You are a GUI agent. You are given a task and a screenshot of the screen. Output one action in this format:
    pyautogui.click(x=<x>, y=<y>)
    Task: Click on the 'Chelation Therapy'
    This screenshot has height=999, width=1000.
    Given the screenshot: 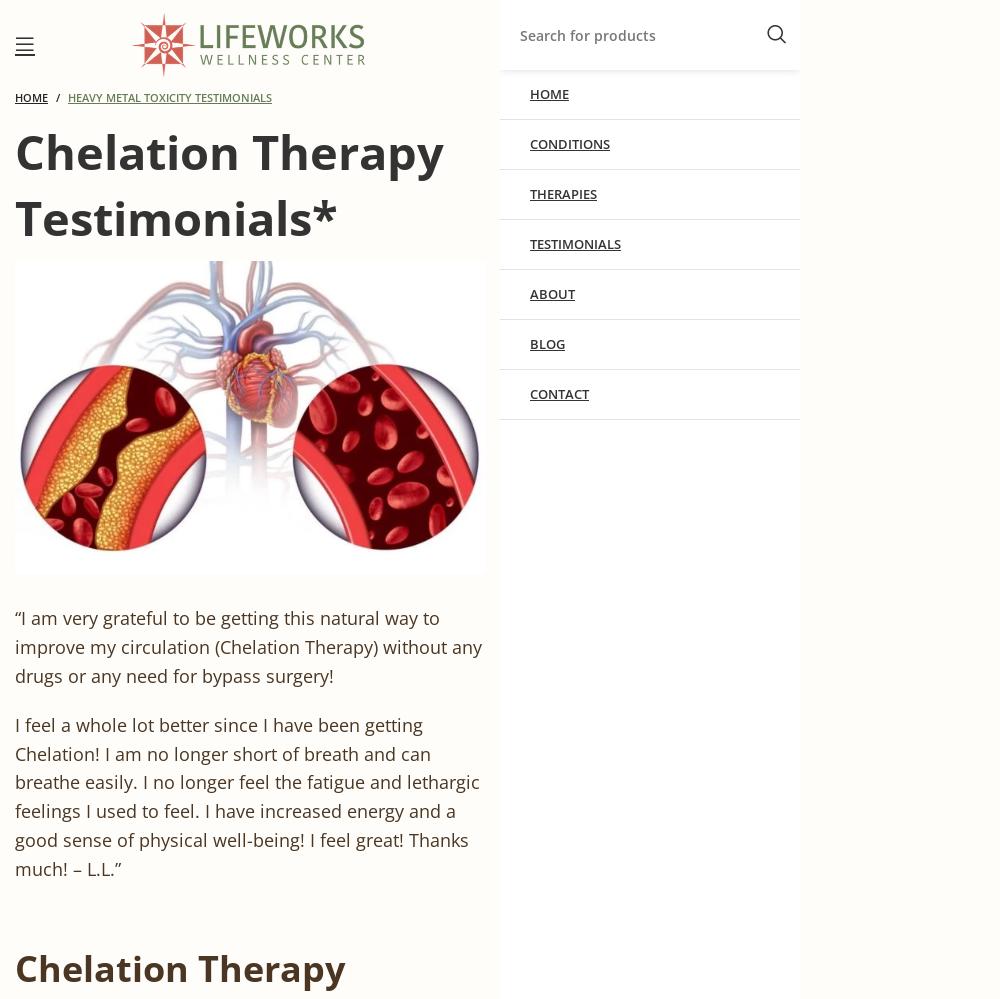 What is the action you would take?
    pyautogui.click(x=15, y=966)
    